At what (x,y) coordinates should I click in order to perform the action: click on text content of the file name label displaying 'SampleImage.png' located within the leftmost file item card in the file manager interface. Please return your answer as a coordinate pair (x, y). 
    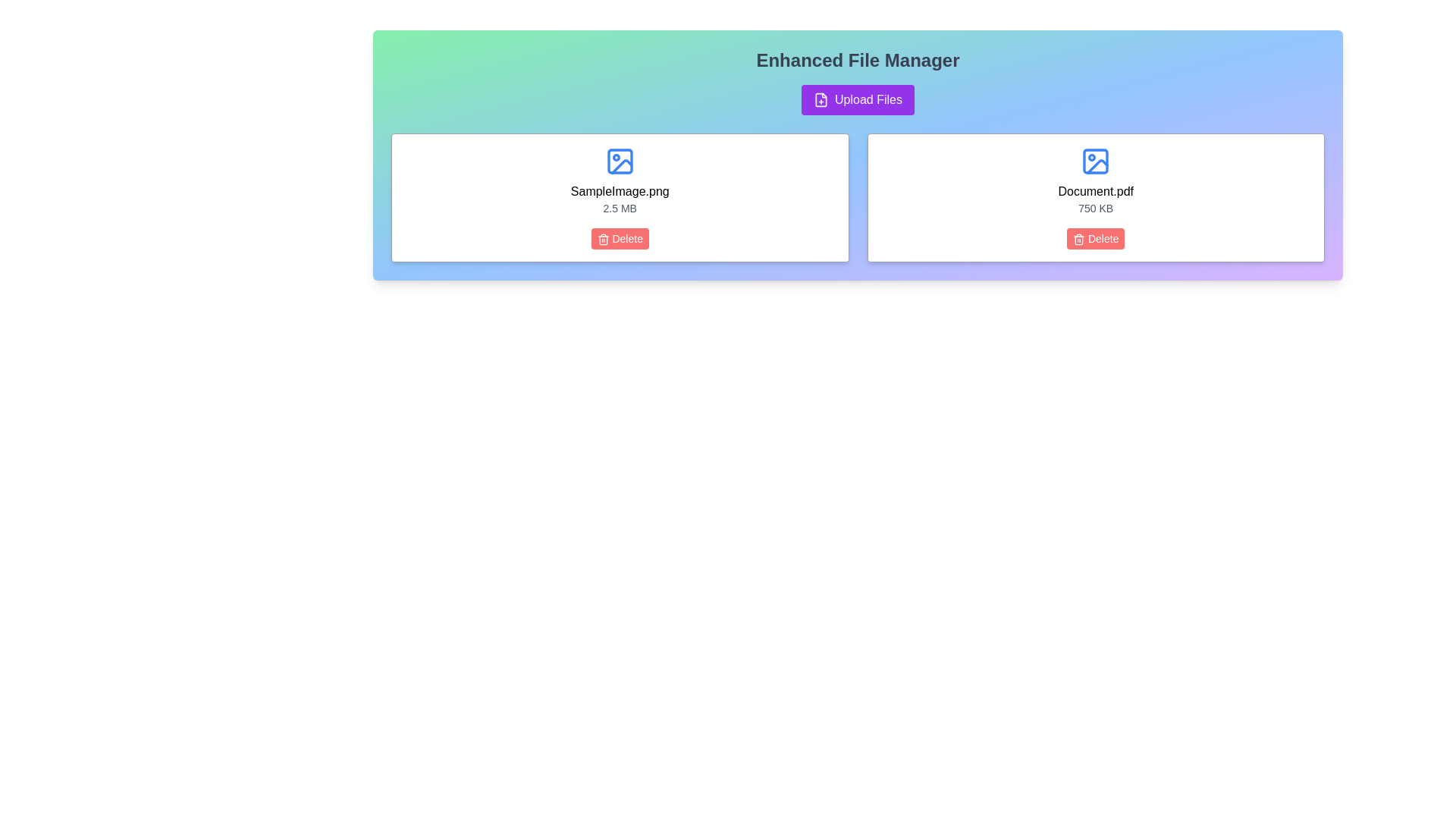
    Looking at the image, I should click on (620, 191).